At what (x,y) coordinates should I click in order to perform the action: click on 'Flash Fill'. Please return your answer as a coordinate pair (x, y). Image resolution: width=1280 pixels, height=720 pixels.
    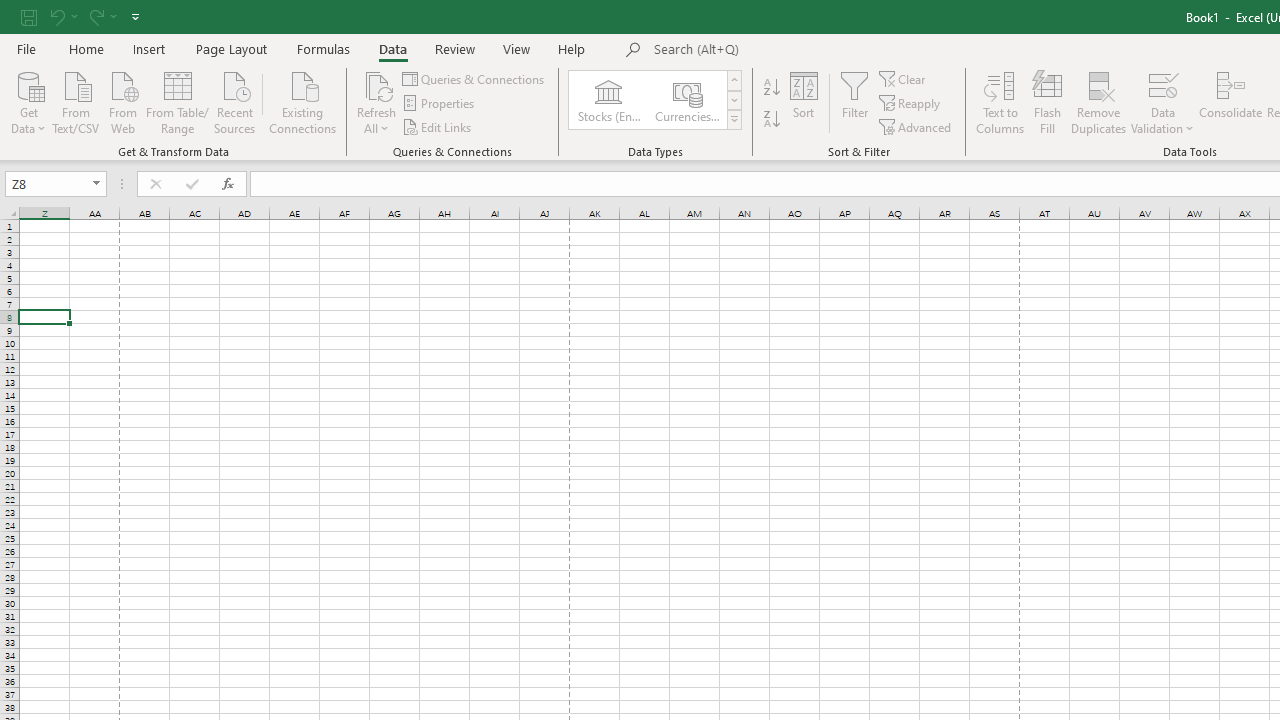
    Looking at the image, I should click on (1046, 103).